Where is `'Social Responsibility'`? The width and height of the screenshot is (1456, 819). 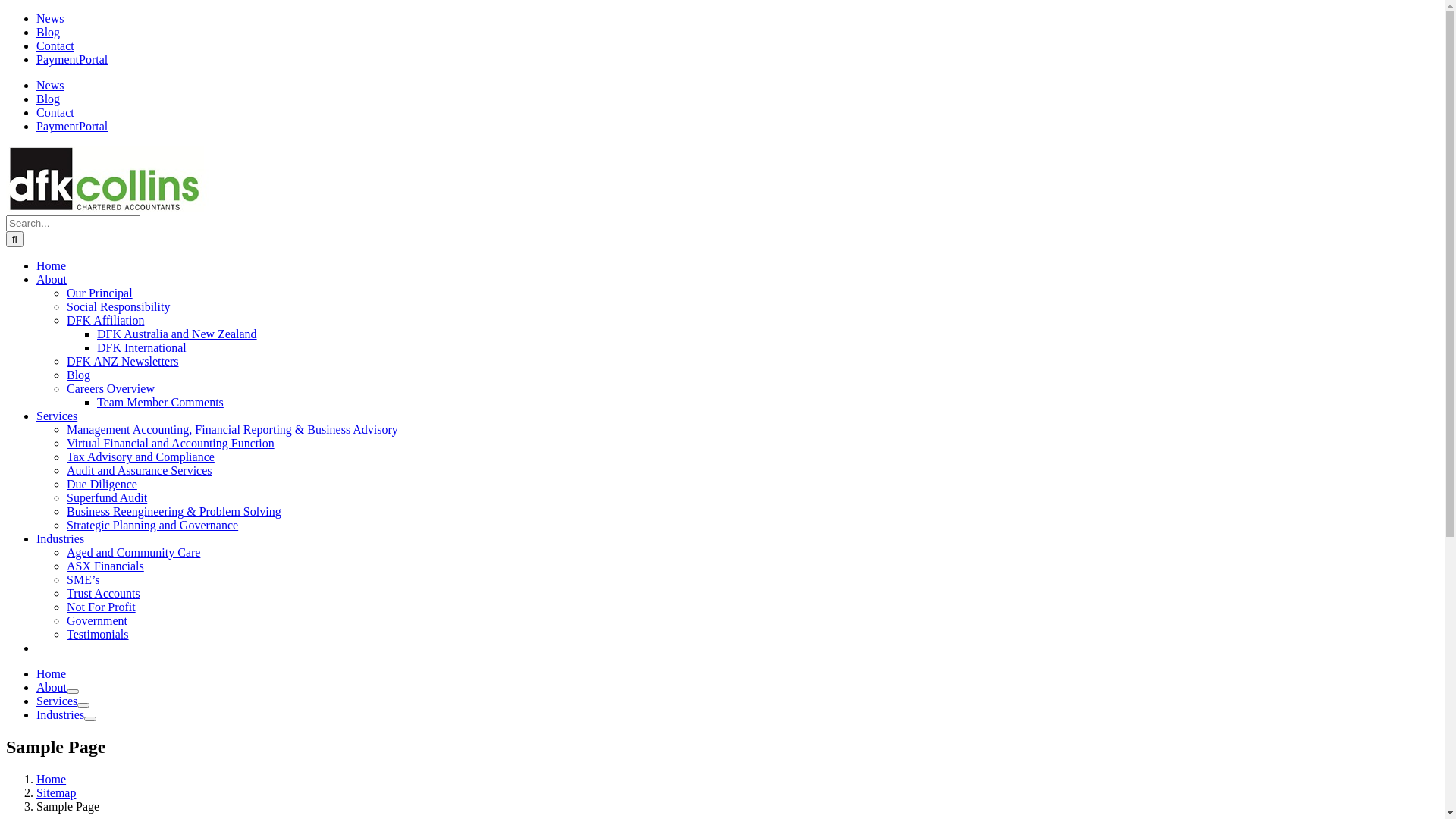
'Social Responsibility' is located at coordinates (118, 306).